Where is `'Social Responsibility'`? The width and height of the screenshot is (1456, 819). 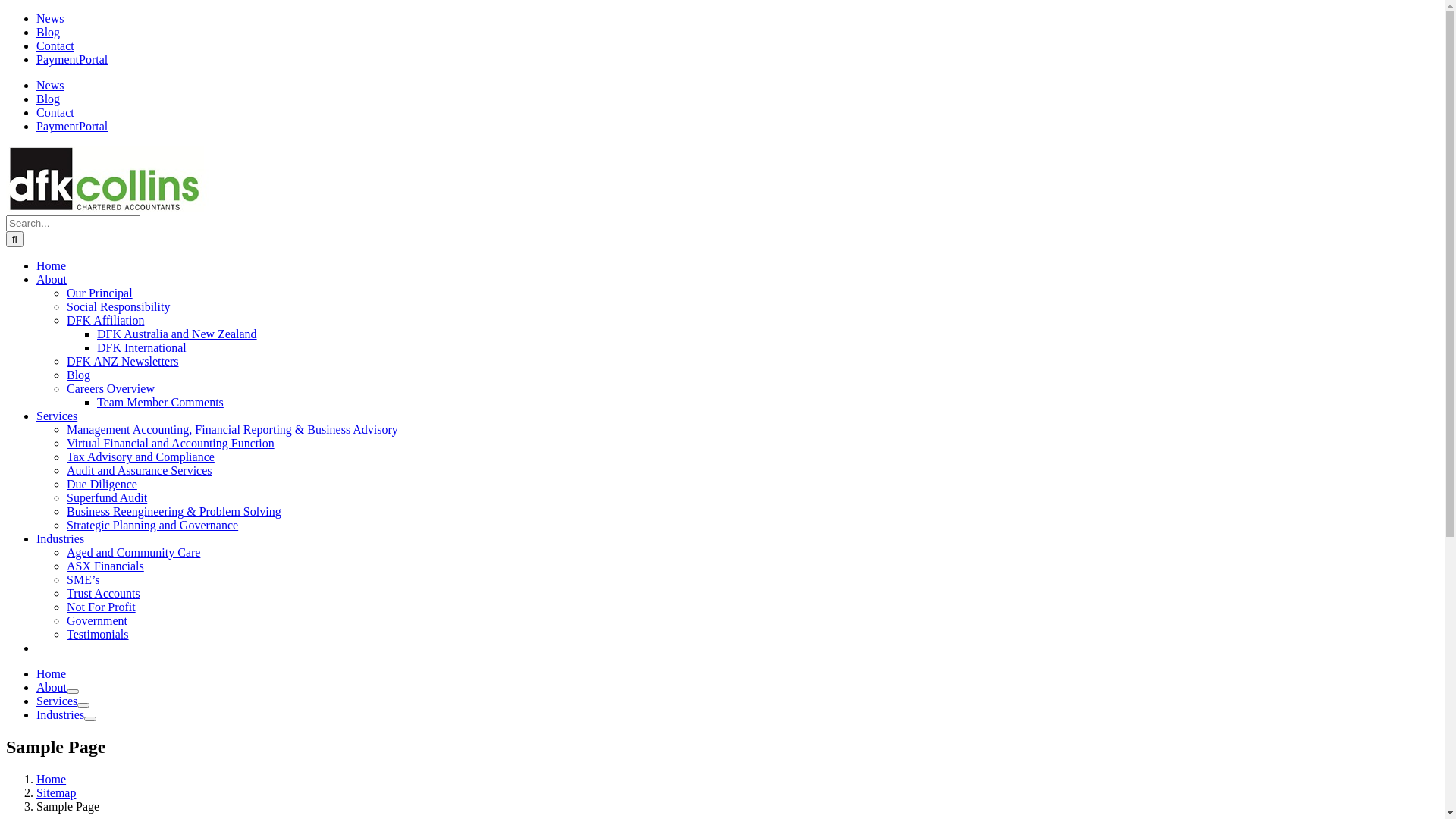
'Social Responsibility' is located at coordinates (118, 306).